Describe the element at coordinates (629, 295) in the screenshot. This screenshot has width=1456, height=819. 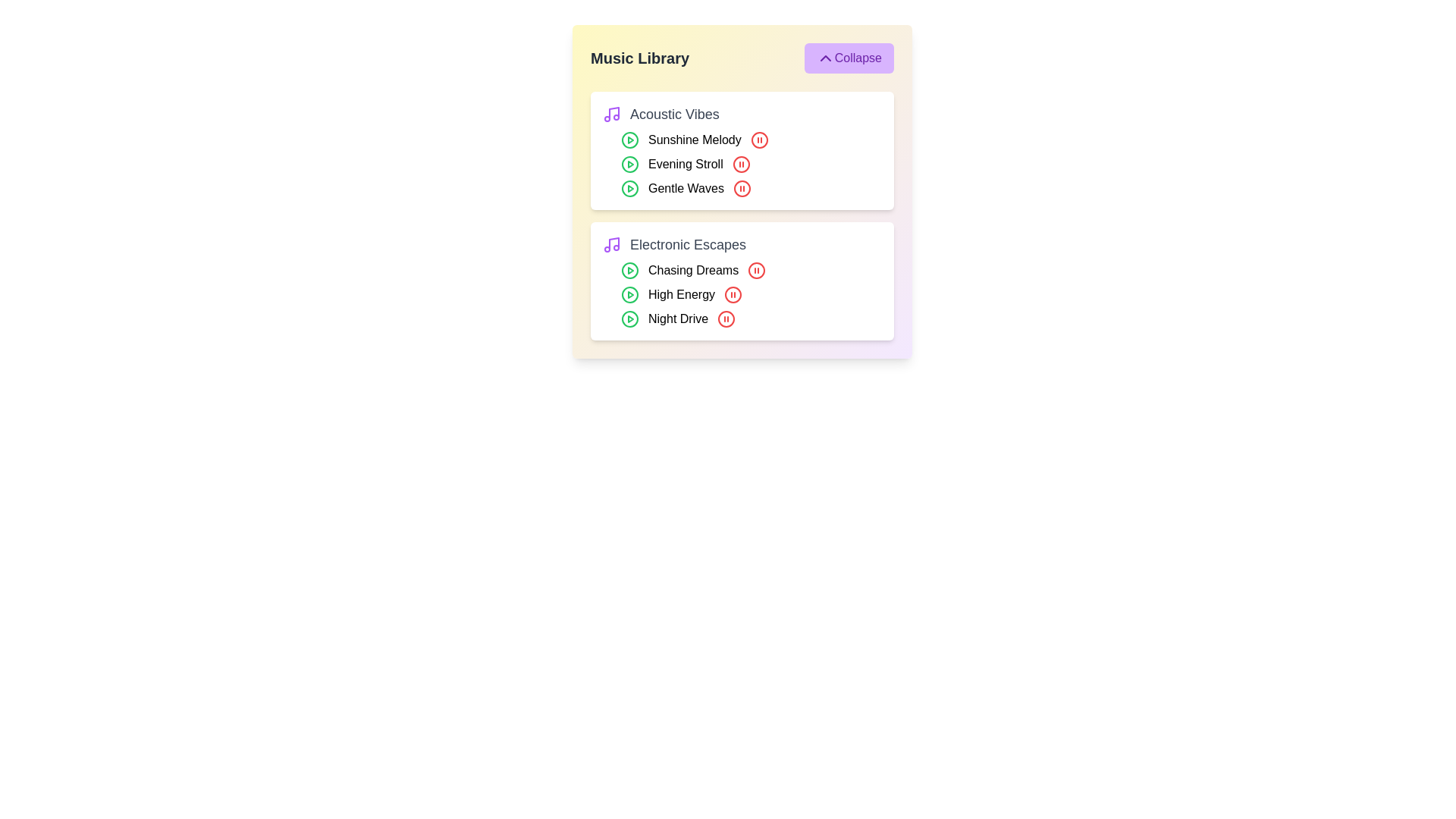
I see `the play button for the track High Energy` at that location.